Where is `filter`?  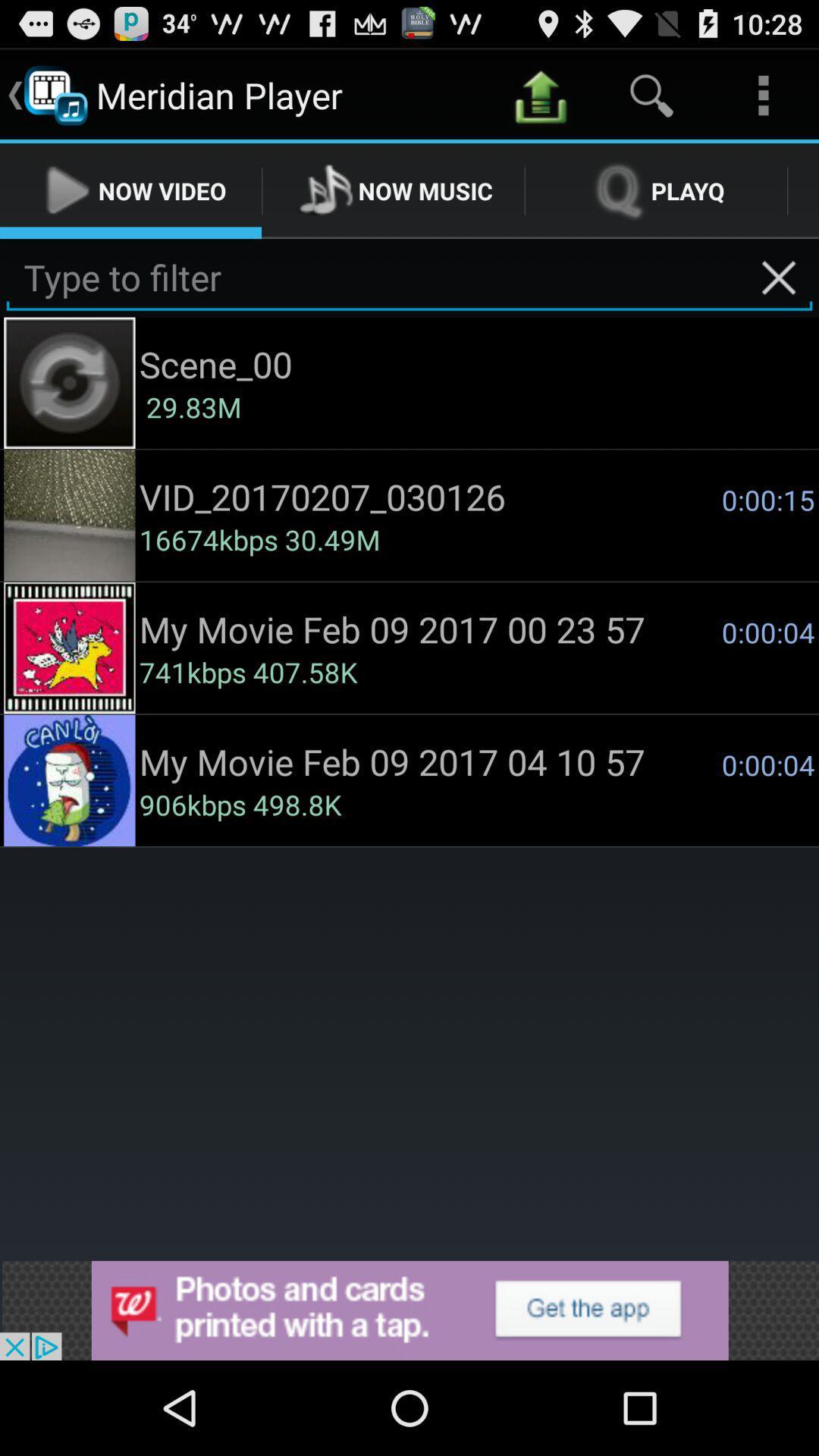
filter is located at coordinates (409, 278).